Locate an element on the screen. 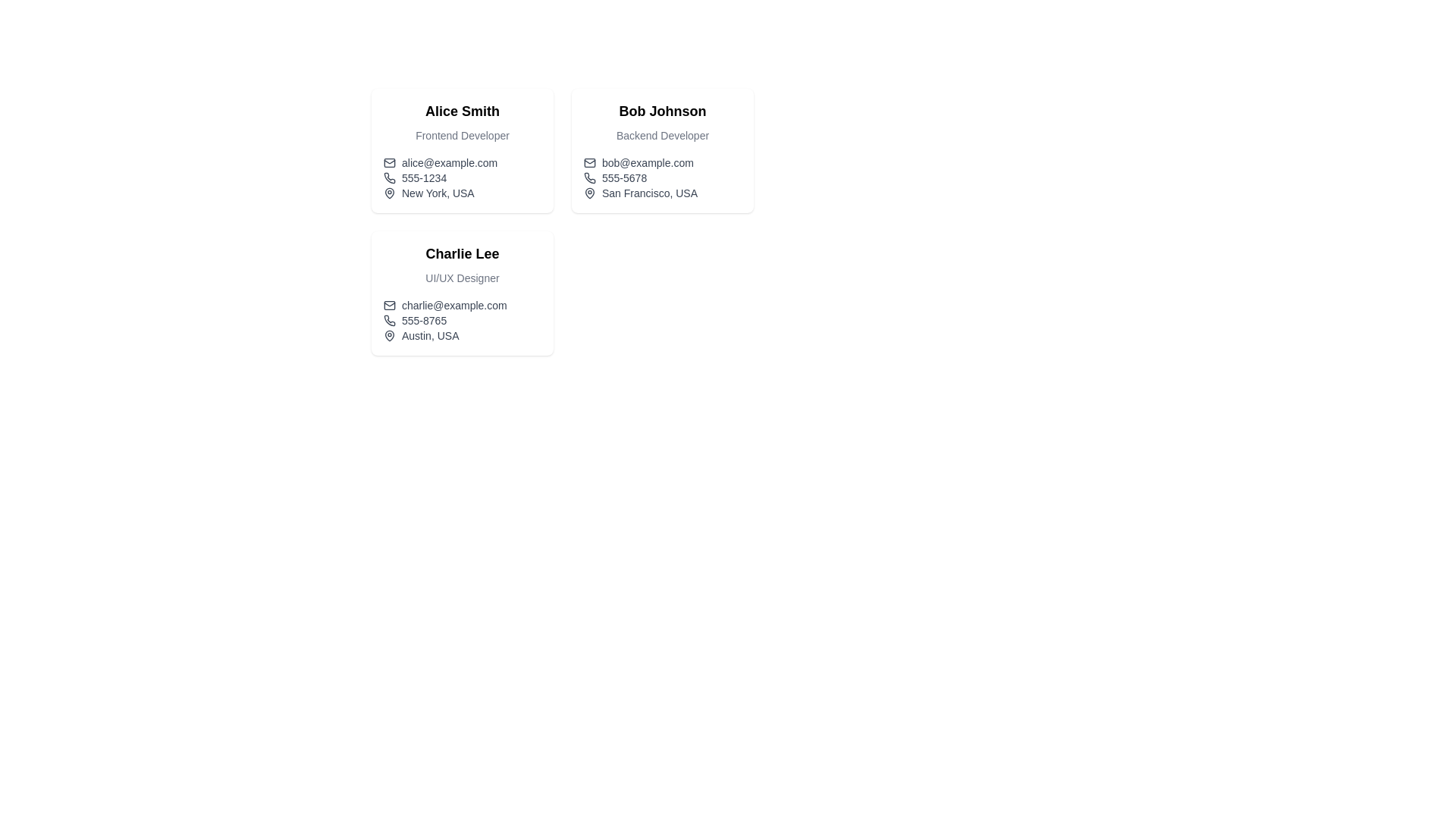  the primary rectangular element within the SVG envelope icon located to the left of the email address 'bob@example.com' in Bob Johnson's contact card is located at coordinates (588, 163).